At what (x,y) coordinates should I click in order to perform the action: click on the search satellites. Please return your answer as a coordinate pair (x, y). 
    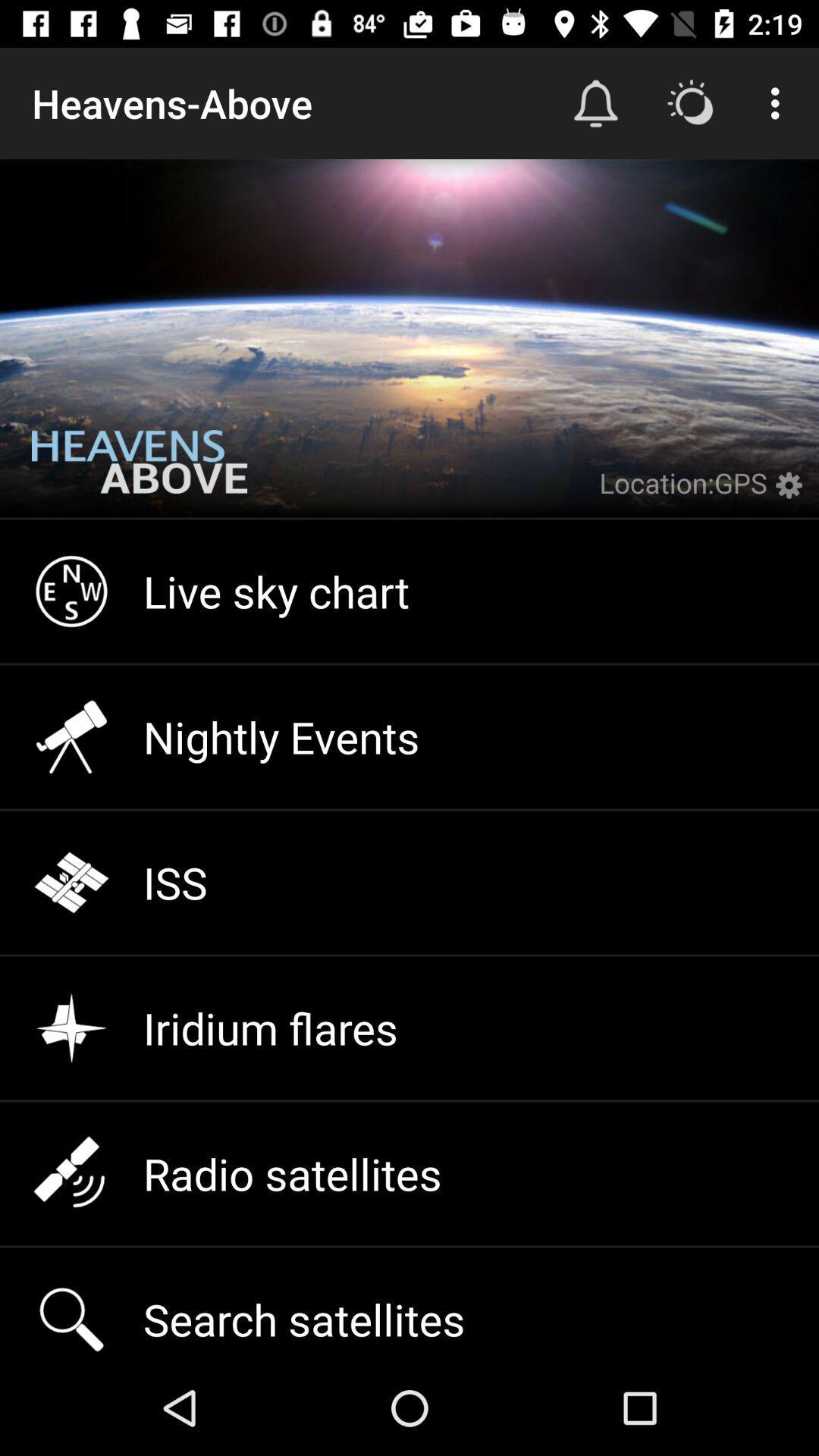
    Looking at the image, I should click on (409, 1303).